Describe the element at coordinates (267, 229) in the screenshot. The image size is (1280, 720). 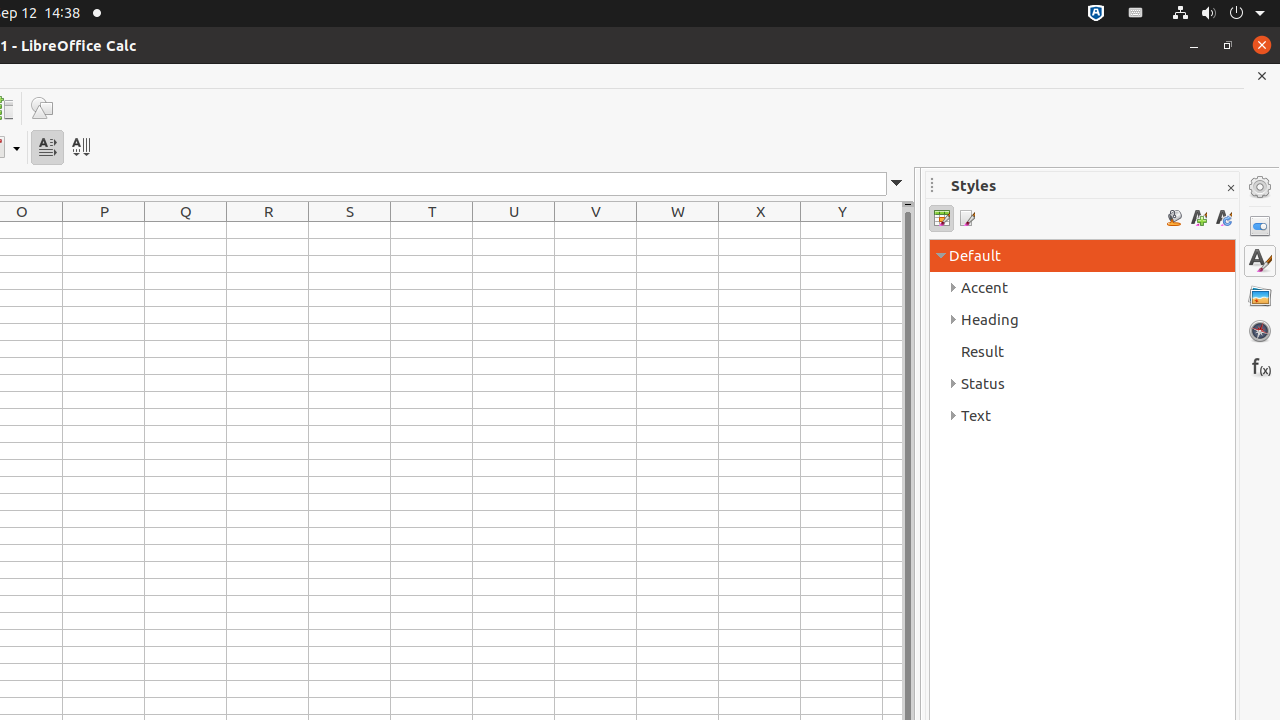
I see `'R1'` at that location.